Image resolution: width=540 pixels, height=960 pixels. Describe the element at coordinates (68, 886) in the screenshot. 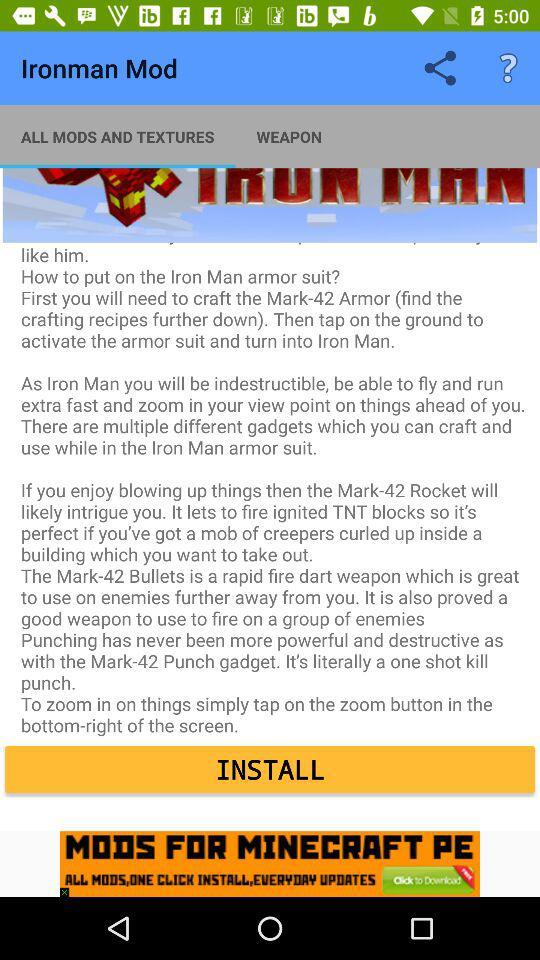

I see `icon below the install` at that location.